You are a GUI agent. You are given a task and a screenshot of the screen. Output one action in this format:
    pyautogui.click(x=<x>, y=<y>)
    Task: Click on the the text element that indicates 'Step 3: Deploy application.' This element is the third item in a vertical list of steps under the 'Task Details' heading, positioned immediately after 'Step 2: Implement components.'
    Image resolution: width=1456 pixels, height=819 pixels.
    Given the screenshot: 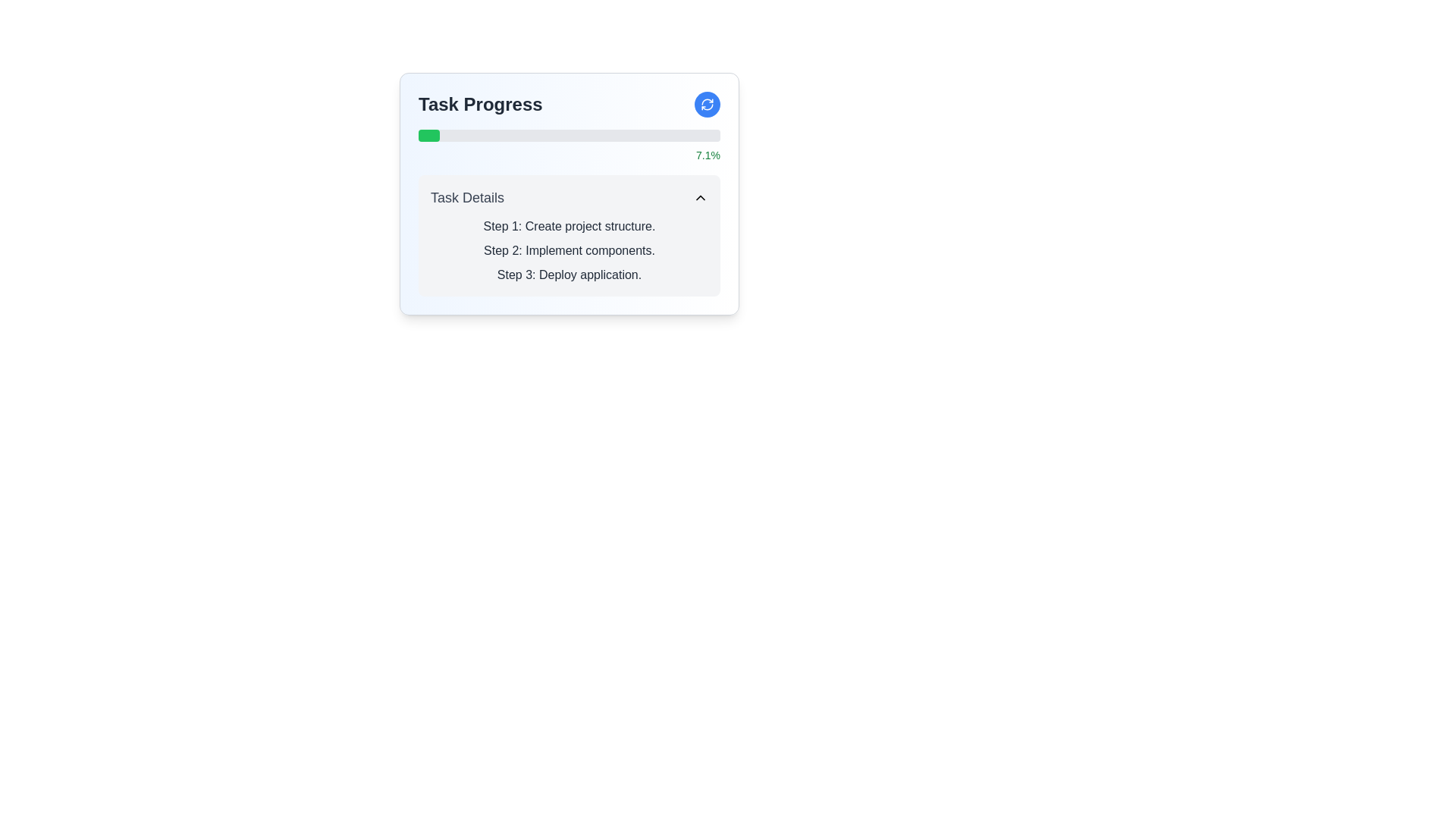 What is the action you would take?
    pyautogui.click(x=568, y=275)
    